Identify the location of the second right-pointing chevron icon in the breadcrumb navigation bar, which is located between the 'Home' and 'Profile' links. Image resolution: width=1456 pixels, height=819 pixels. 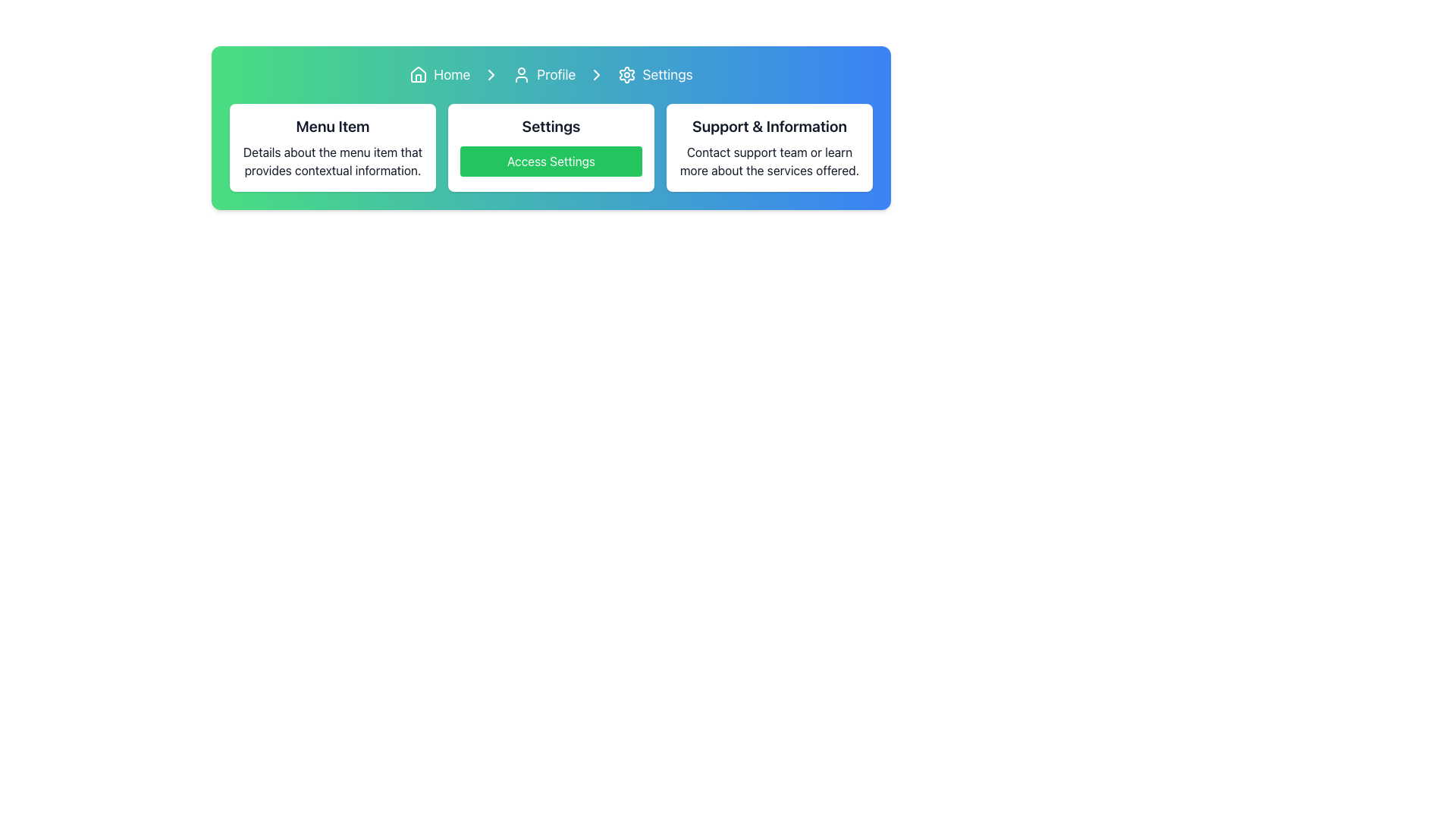
(491, 75).